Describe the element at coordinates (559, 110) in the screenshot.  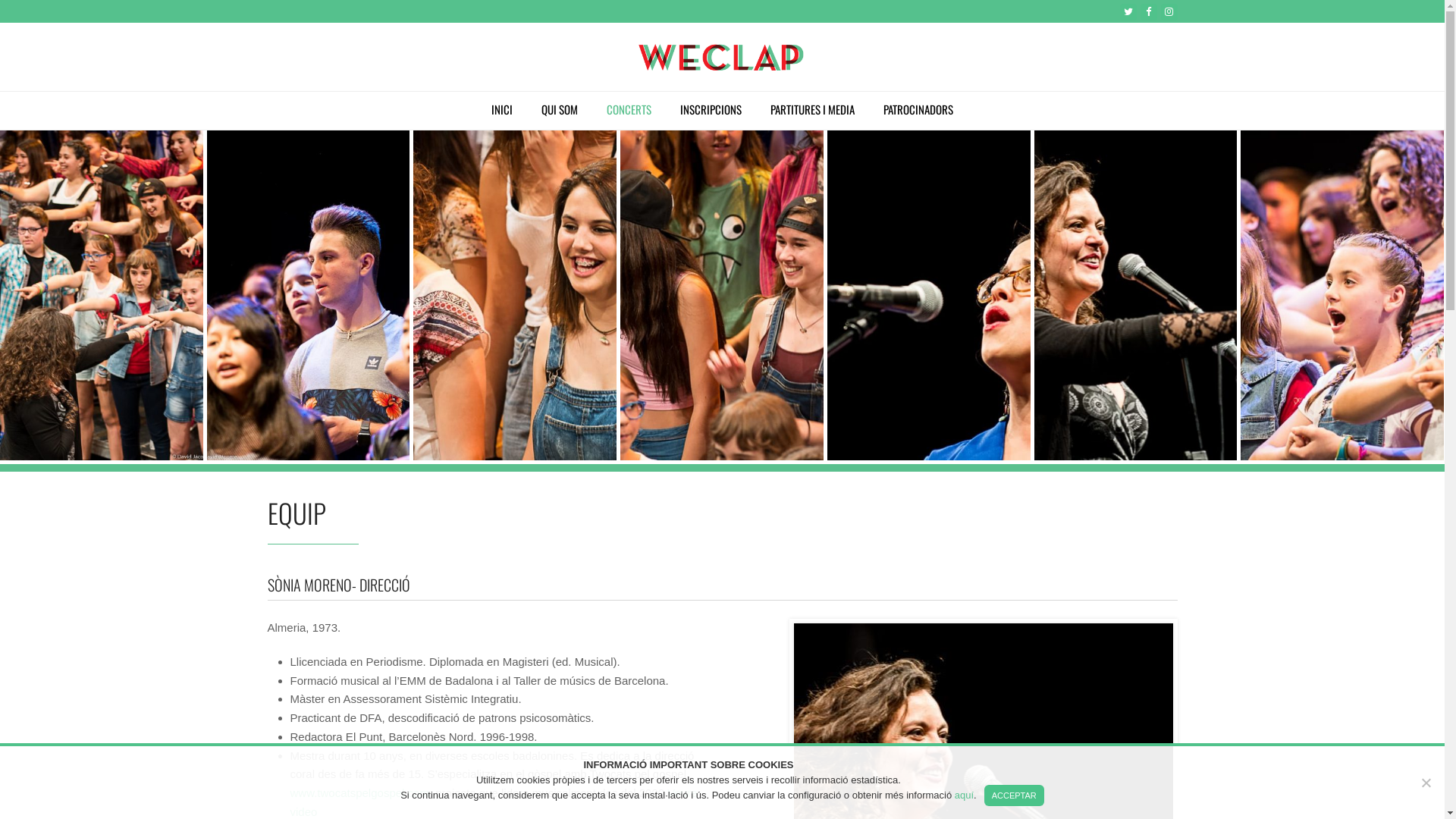
I see `'QUI SOM'` at that location.